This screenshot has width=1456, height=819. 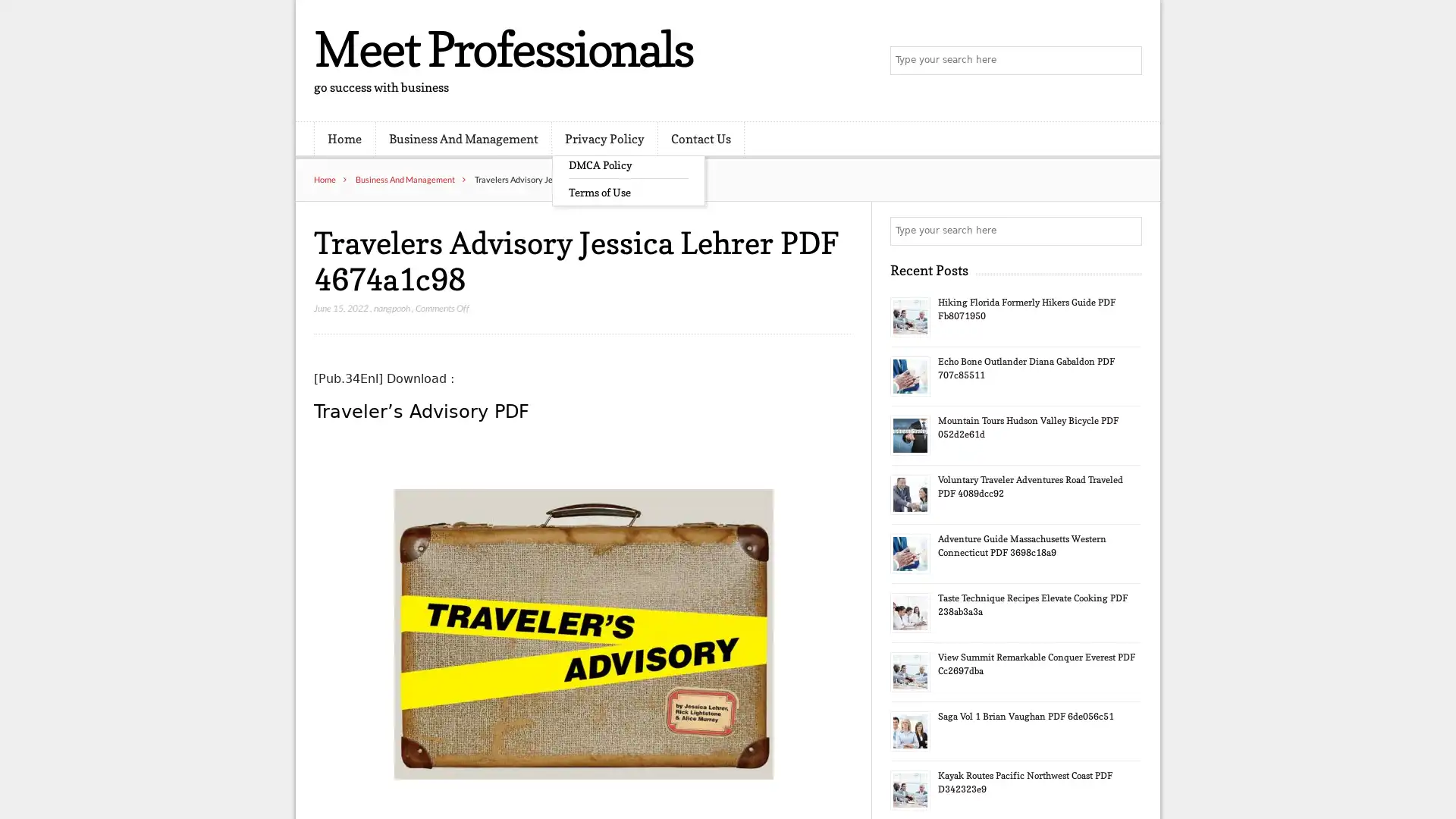 I want to click on Search, so click(x=1126, y=61).